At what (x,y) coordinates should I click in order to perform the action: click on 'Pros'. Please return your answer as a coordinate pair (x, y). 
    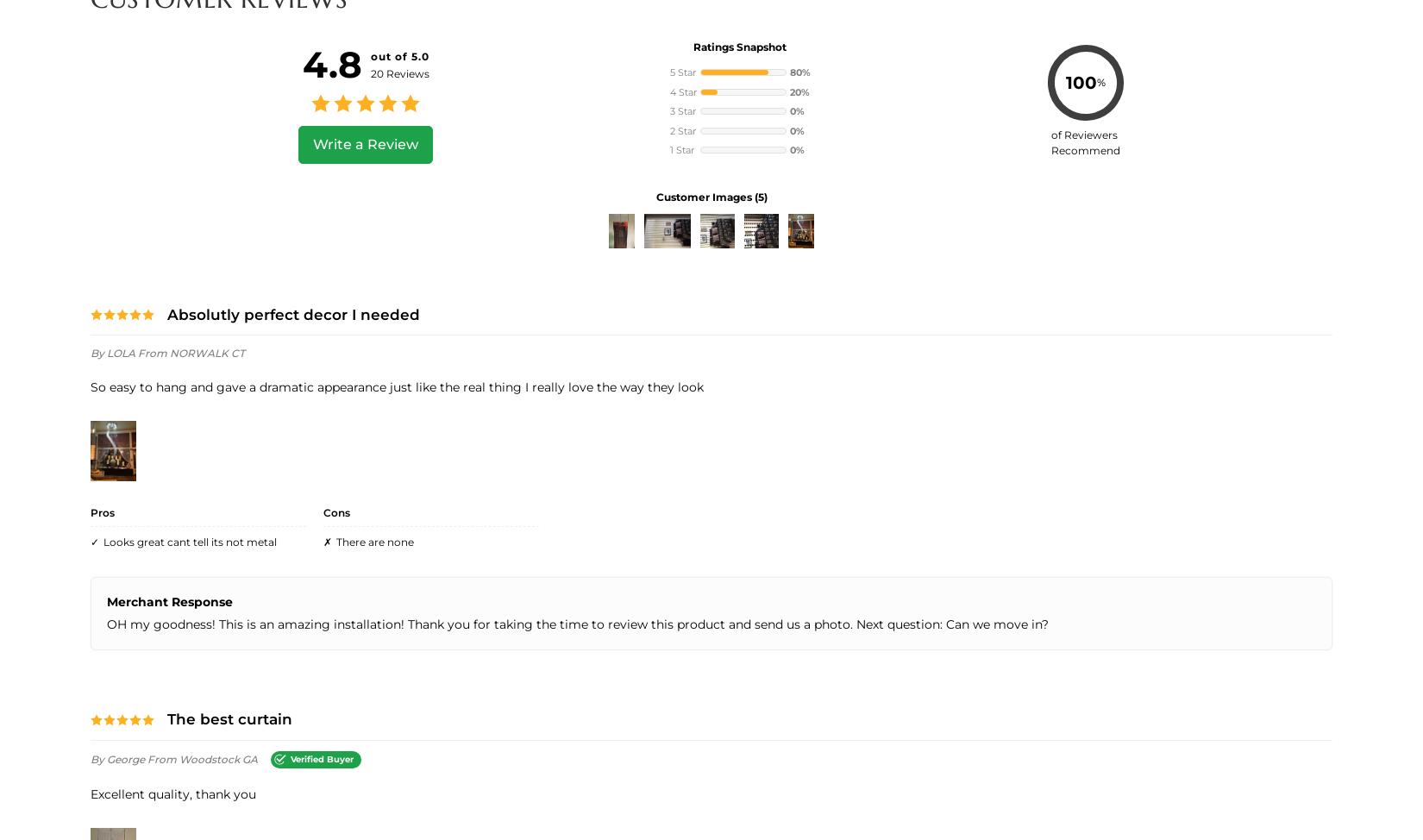
    Looking at the image, I should click on (90, 511).